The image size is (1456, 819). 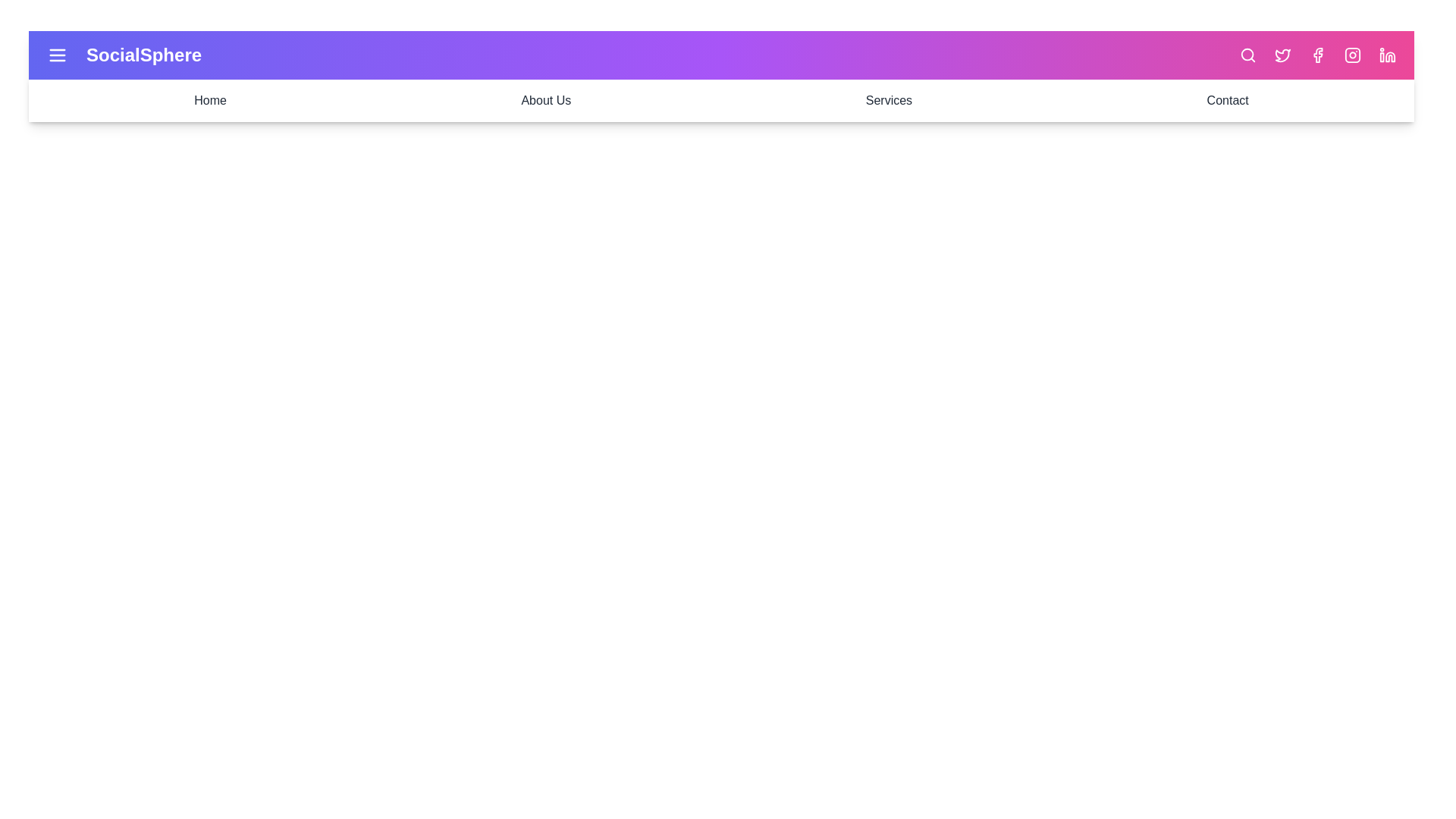 I want to click on the Twitter icon to open its respective link, so click(x=1282, y=55).